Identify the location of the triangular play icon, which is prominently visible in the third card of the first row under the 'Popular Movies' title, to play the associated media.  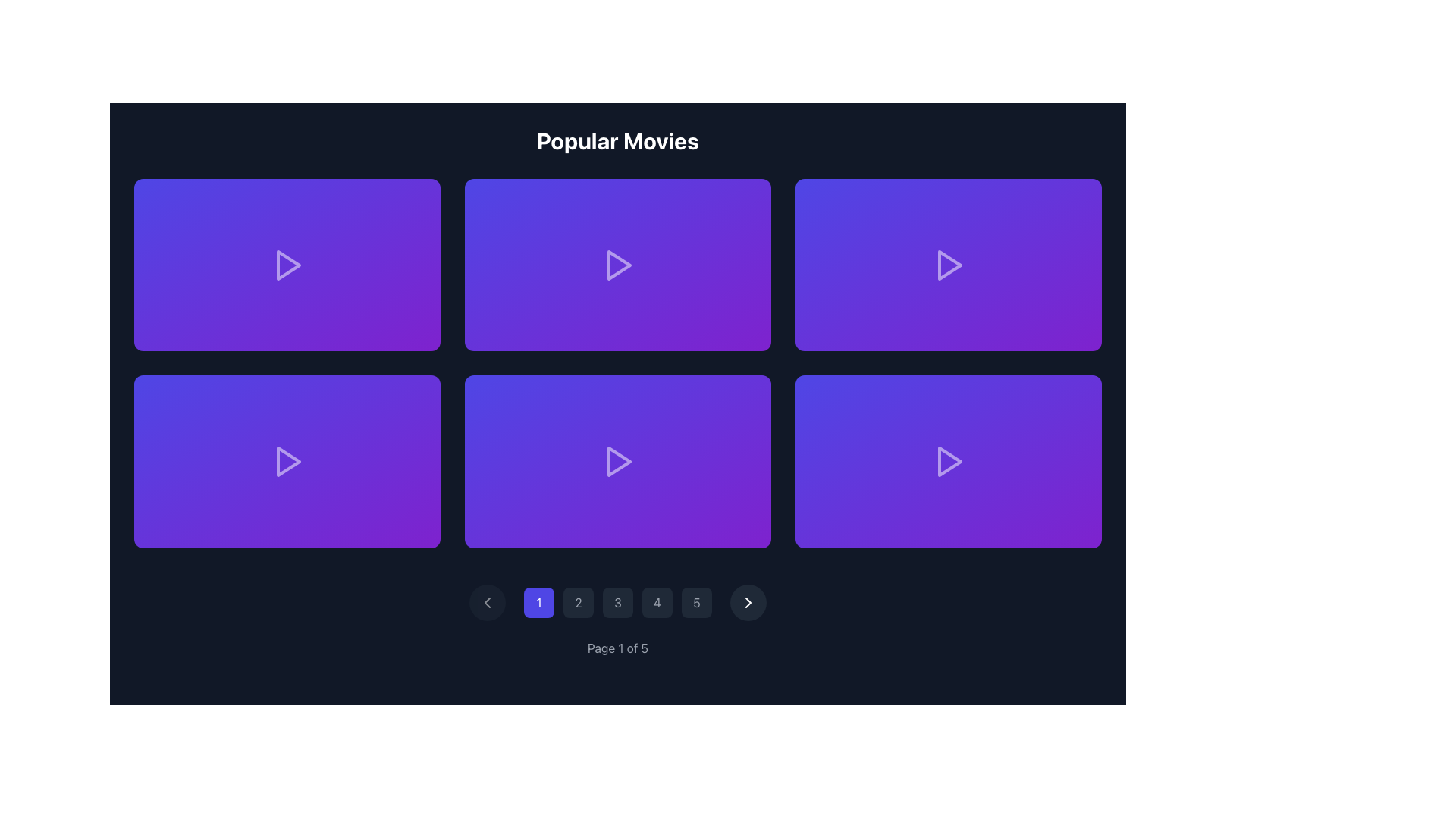
(949, 263).